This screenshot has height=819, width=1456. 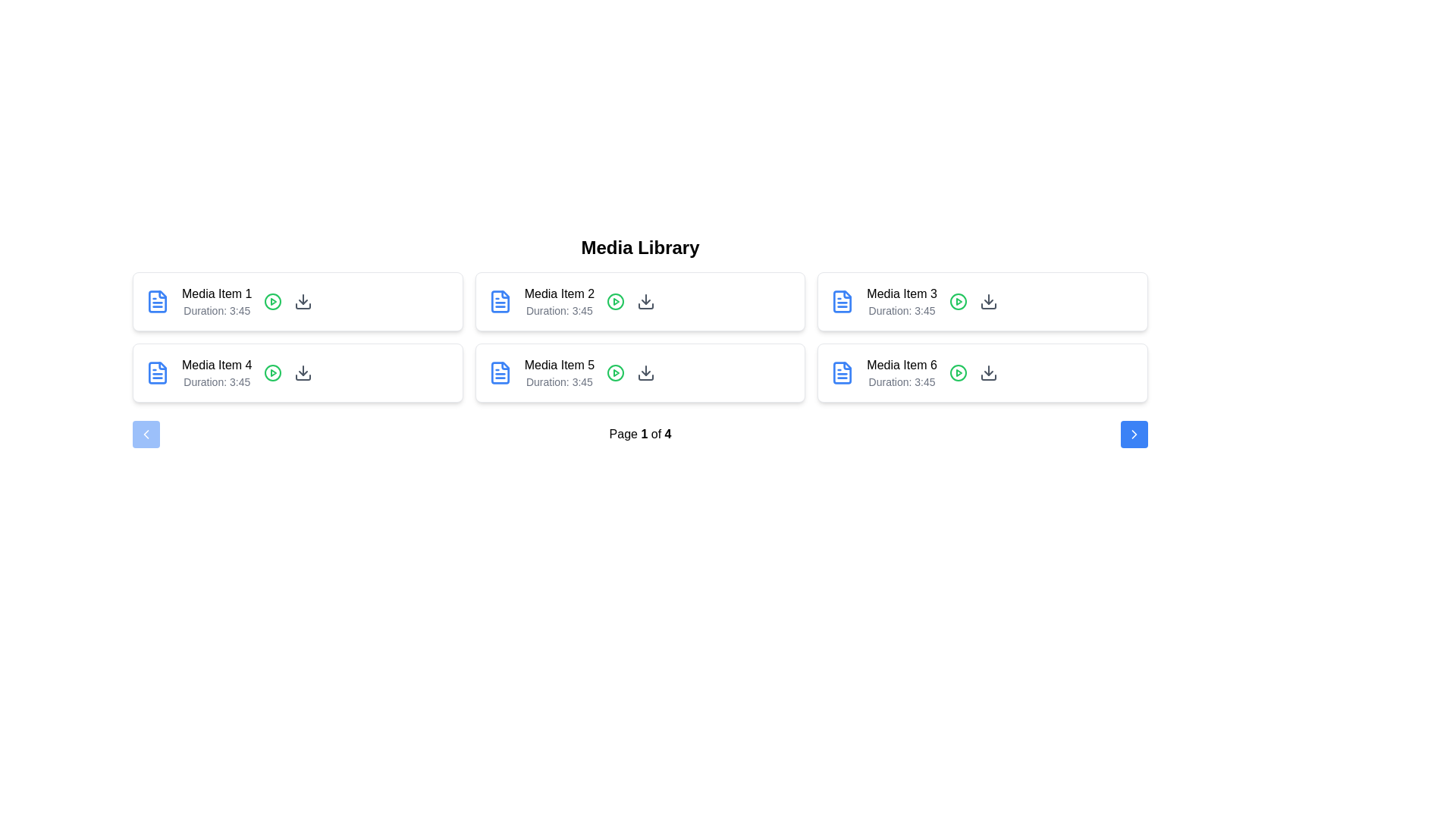 I want to click on the small rectangular button with rounded corners and a blue background containing white text that appears to be an arrow pointing to the right, so click(x=1134, y=435).